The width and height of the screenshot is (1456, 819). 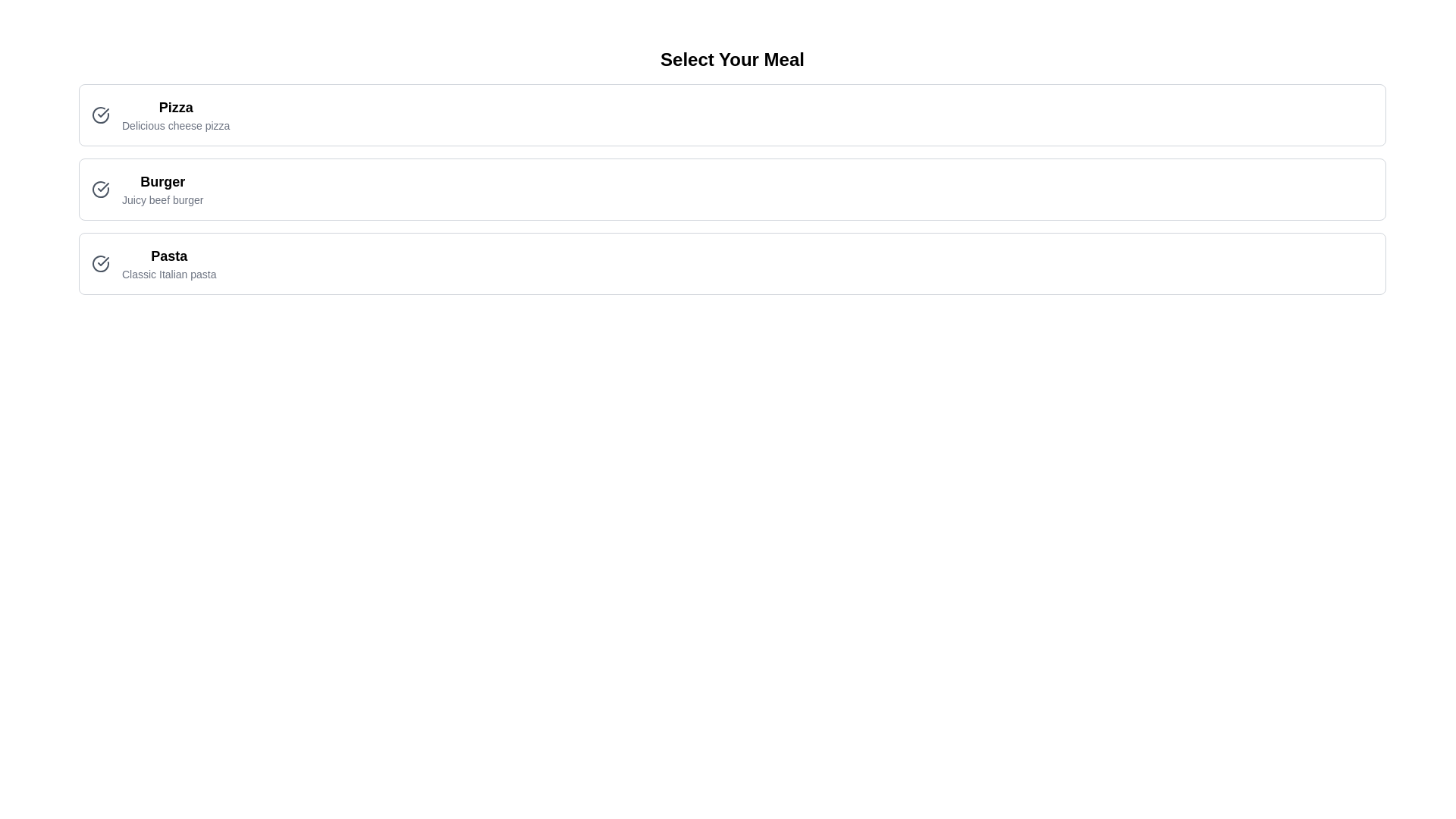 What do you see at coordinates (162, 199) in the screenshot?
I see `the static text label that reads 'Juicy beef burger', which is styled in gray and located below the bold title 'Burger' in the selection menu` at bounding box center [162, 199].